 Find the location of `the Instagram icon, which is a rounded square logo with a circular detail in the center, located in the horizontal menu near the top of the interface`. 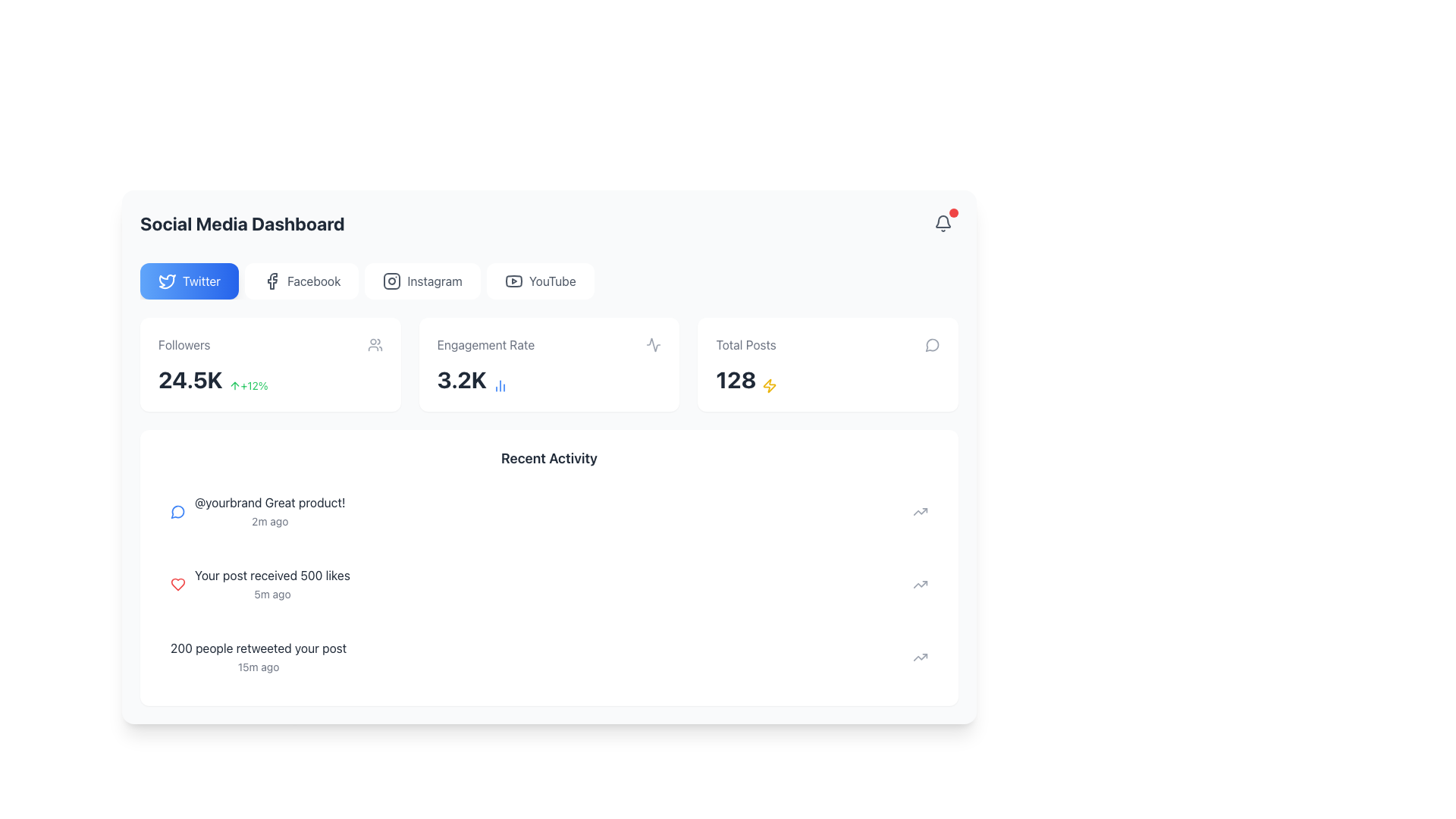

the Instagram icon, which is a rounded square logo with a circular detail in the center, located in the horizontal menu near the top of the interface is located at coordinates (392, 281).